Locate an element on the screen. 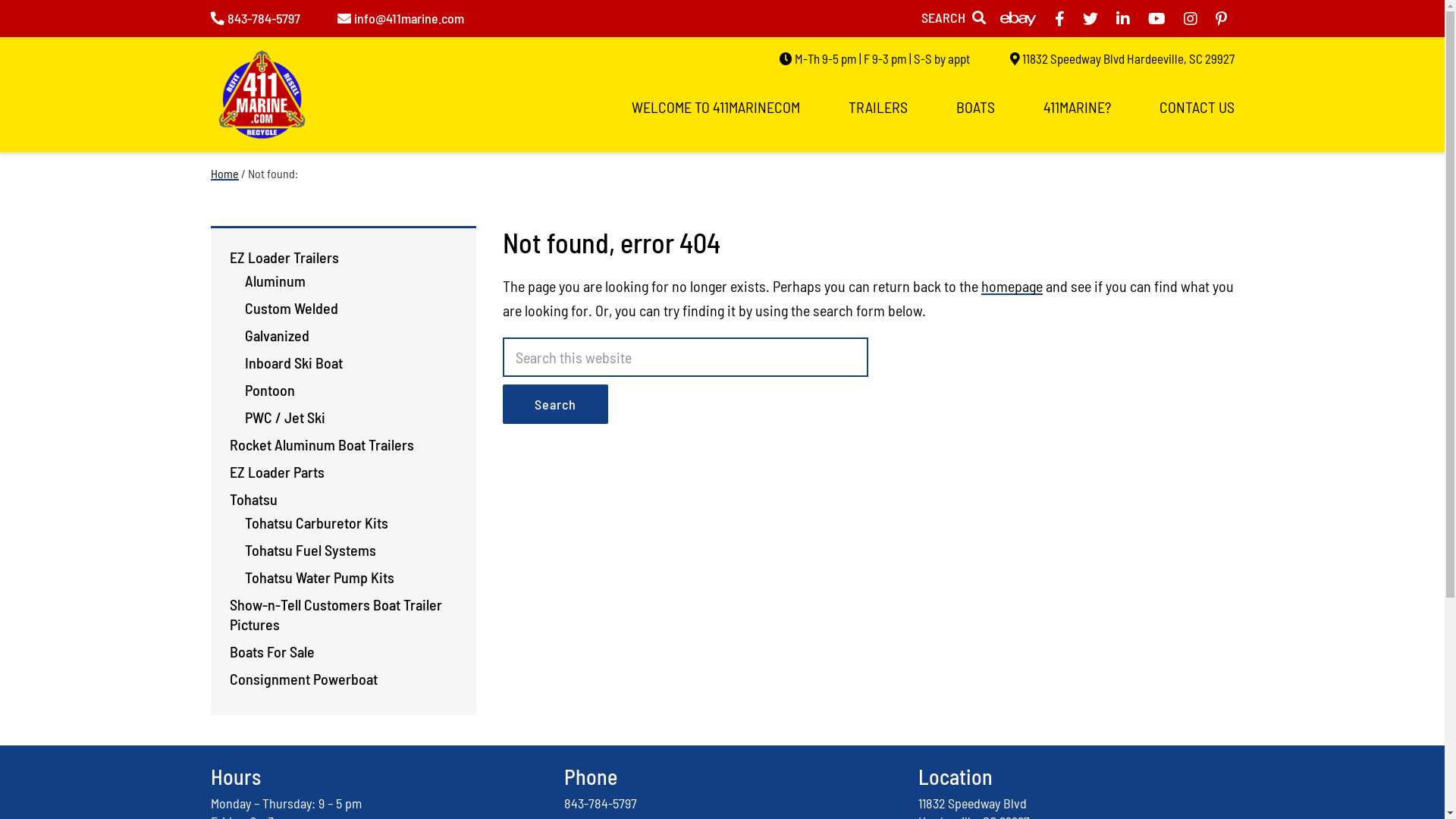 Image resolution: width=1456 pixels, height=819 pixels. 'Tohatsu Fuel Systems' is located at coordinates (309, 550).